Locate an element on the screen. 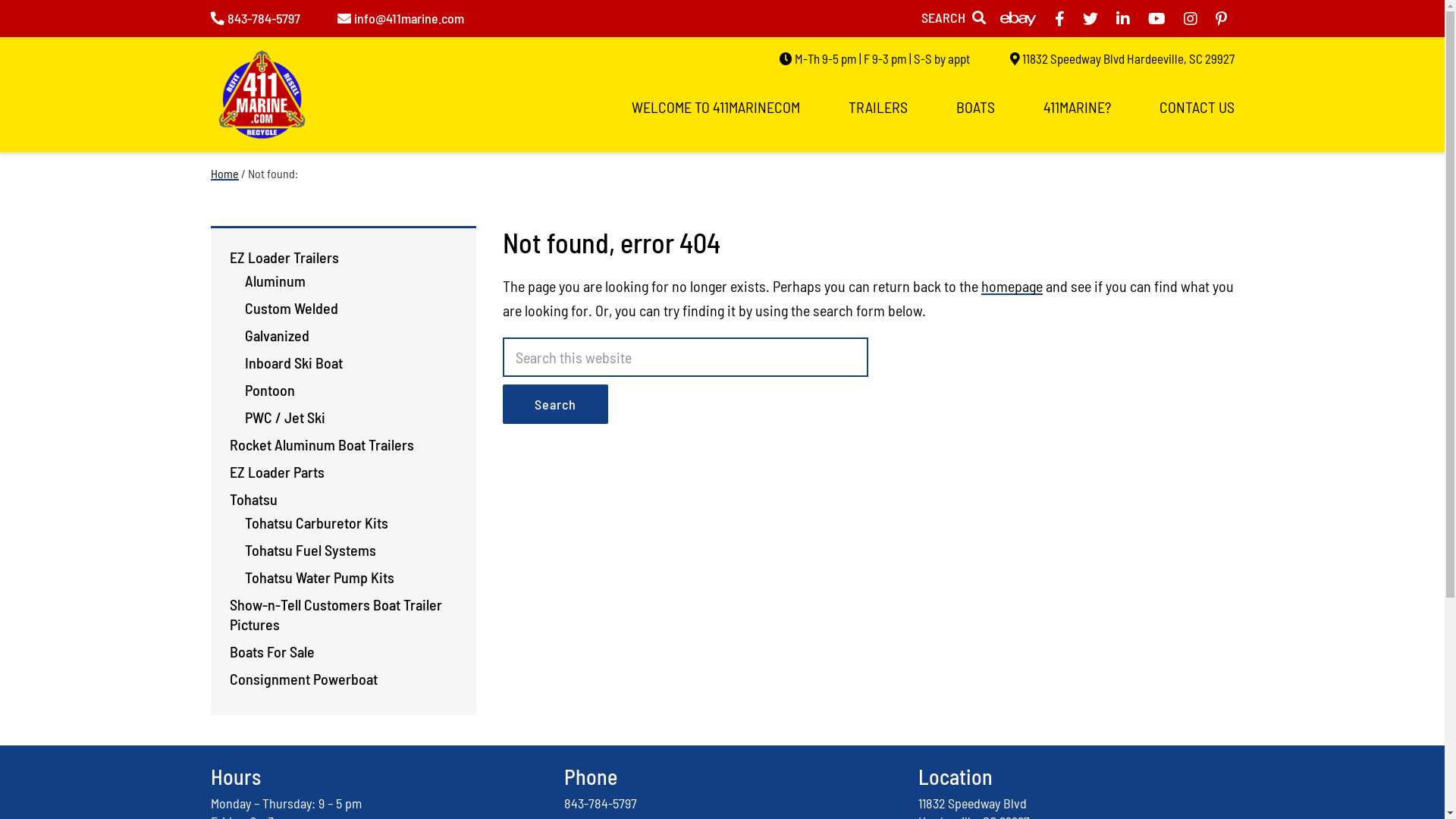 Image resolution: width=1456 pixels, height=819 pixels. 'Tohatsu Fuel Systems' is located at coordinates (309, 550).